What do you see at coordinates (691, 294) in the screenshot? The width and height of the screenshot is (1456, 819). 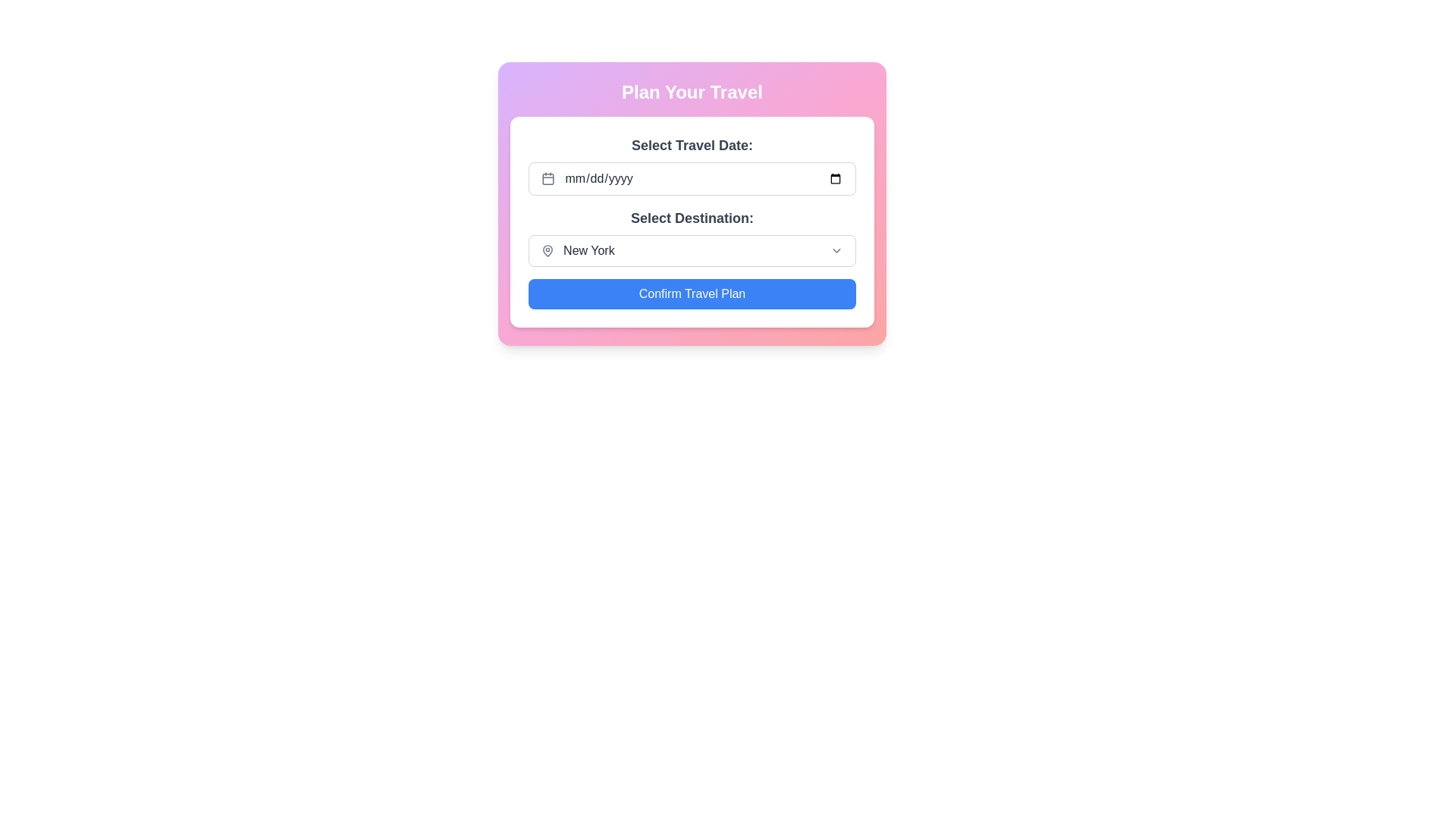 I see `the submit button located at the bottom of the travel plan form` at bounding box center [691, 294].